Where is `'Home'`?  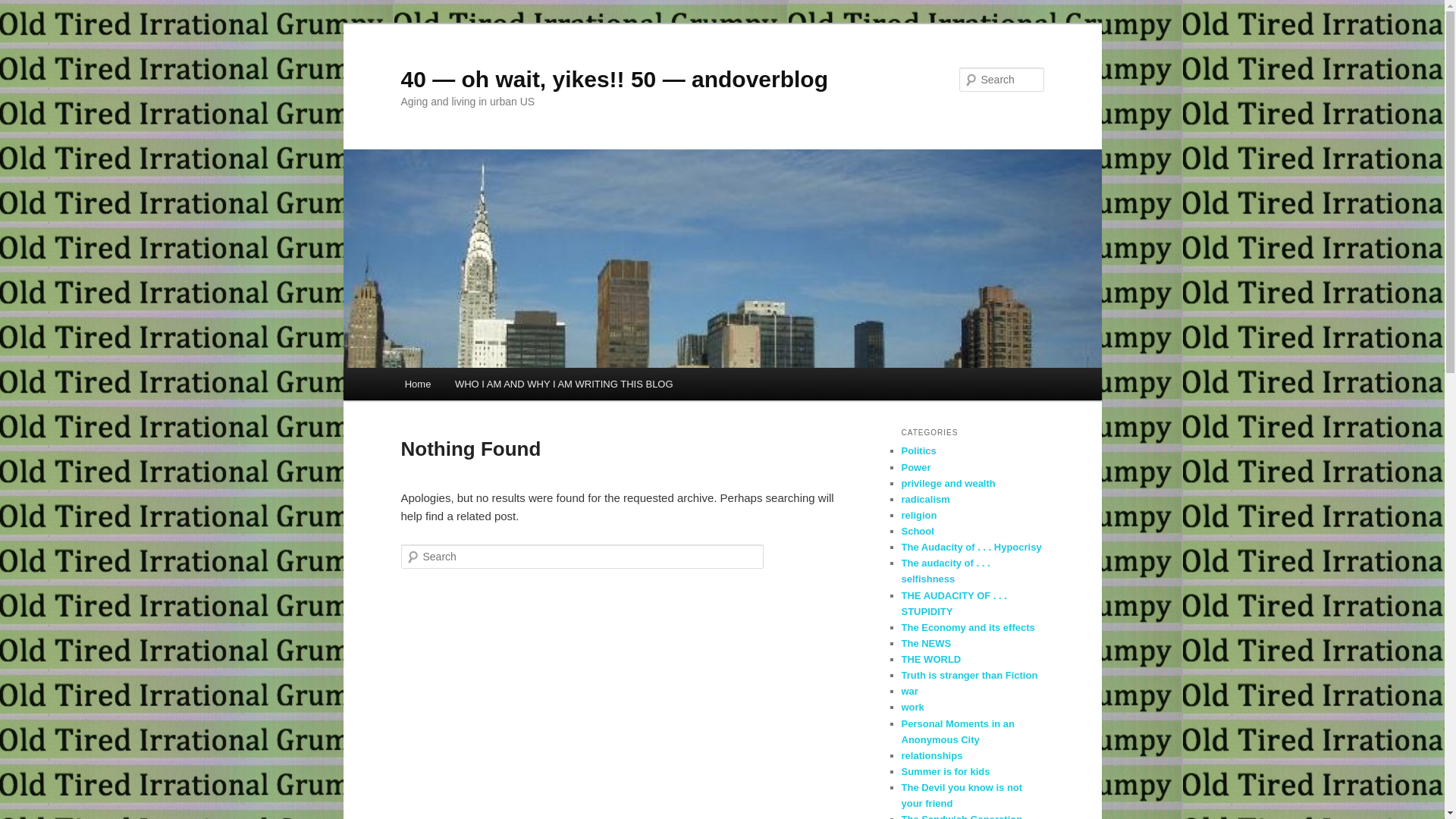
'Home' is located at coordinates (418, 383).